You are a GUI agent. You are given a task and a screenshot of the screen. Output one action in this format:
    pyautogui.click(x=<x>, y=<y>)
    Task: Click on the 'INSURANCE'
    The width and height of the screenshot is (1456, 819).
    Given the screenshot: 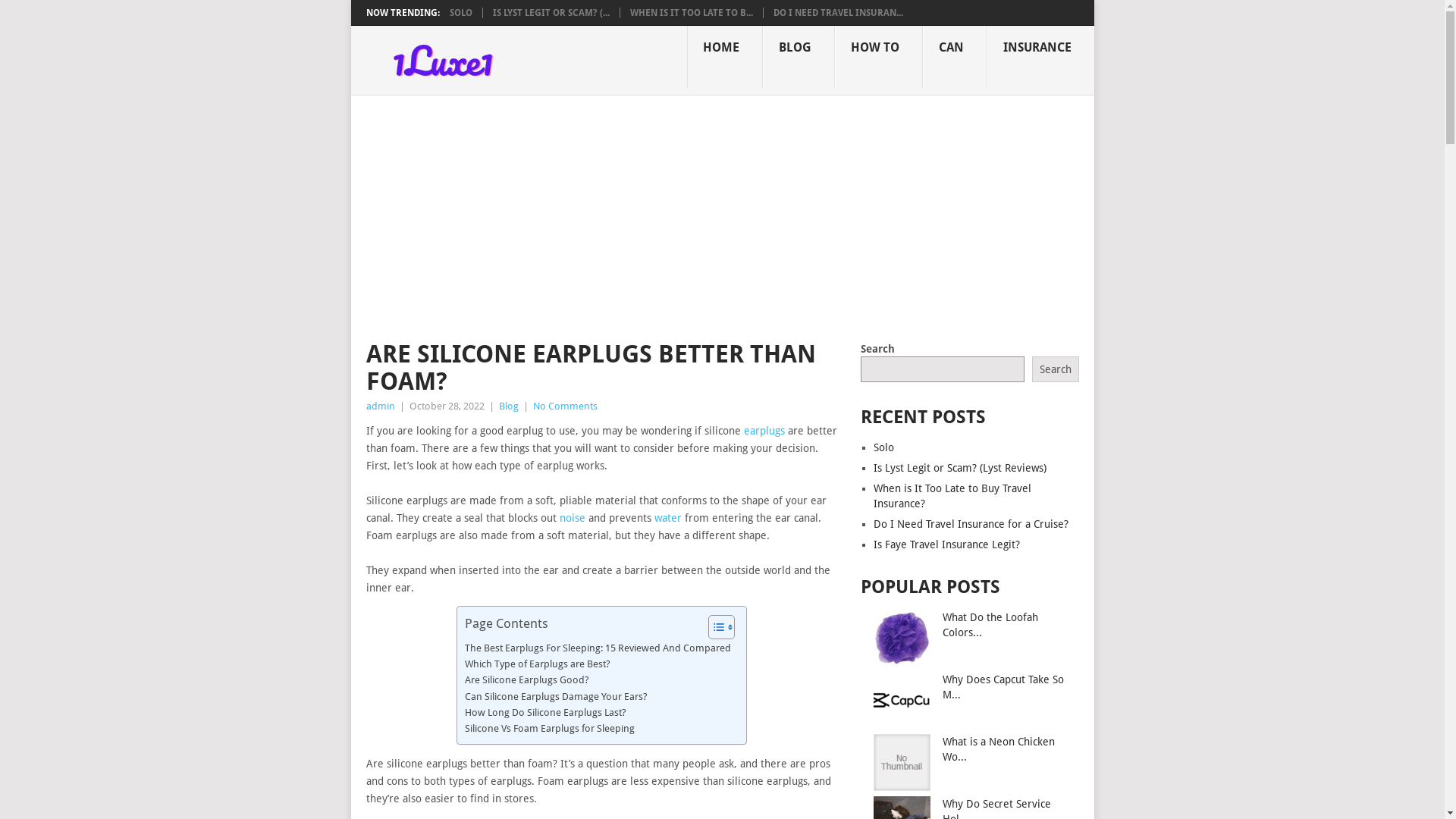 What is the action you would take?
    pyautogui.click(x=1040, y=55)
    